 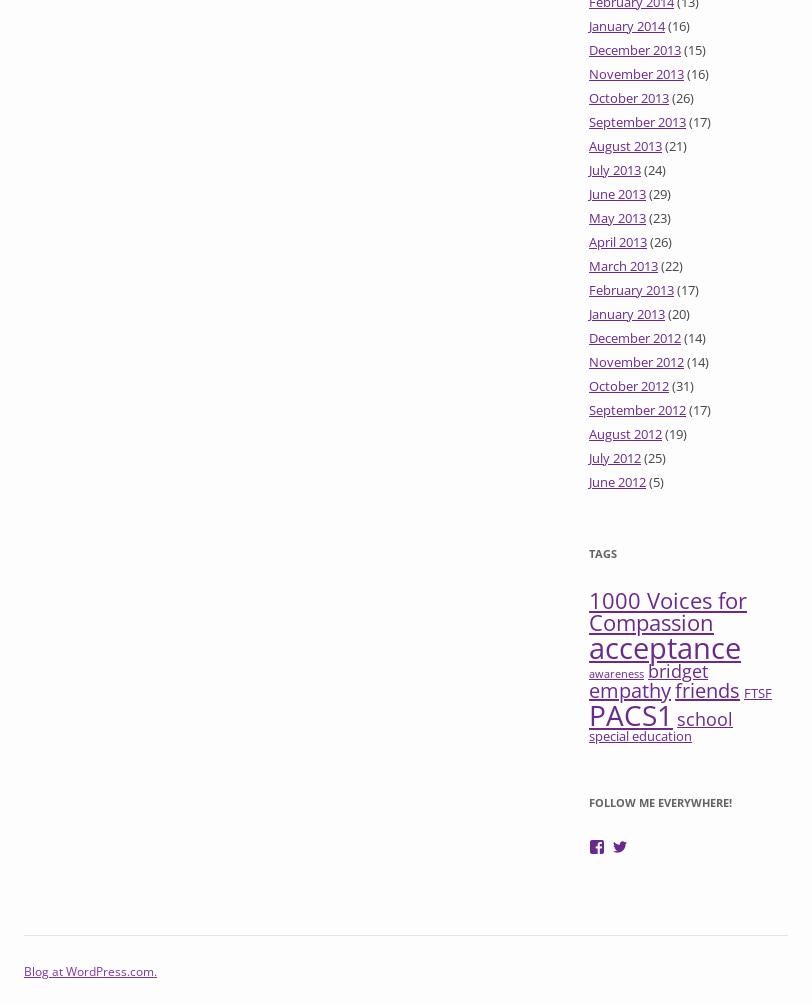 What do you see at coordinates (636, 73) in the screenshot?
I see `'November 2013'` at bounding box center [636, 73].